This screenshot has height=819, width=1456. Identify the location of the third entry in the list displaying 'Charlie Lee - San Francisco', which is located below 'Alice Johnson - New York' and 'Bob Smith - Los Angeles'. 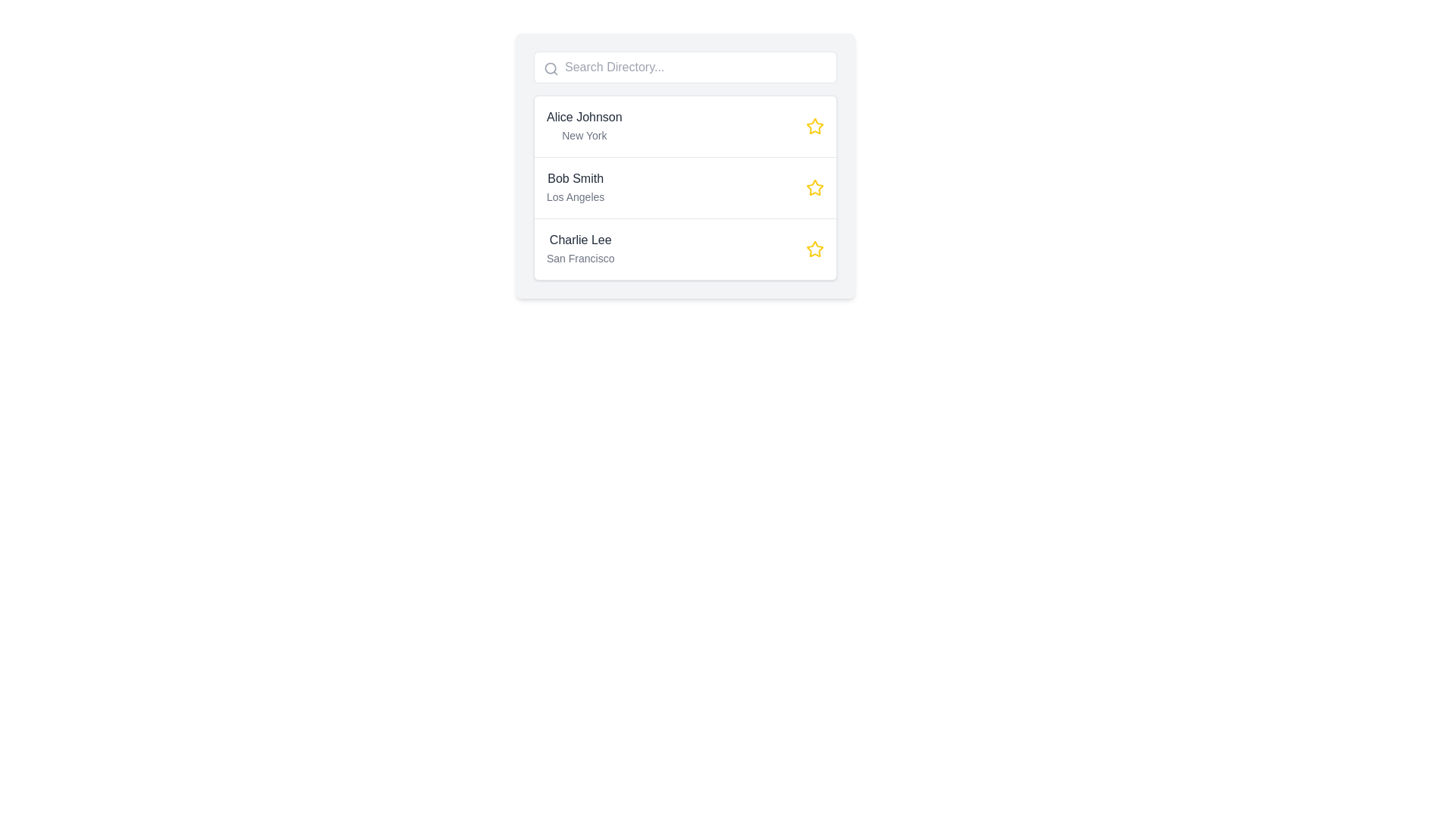
(579, 248).